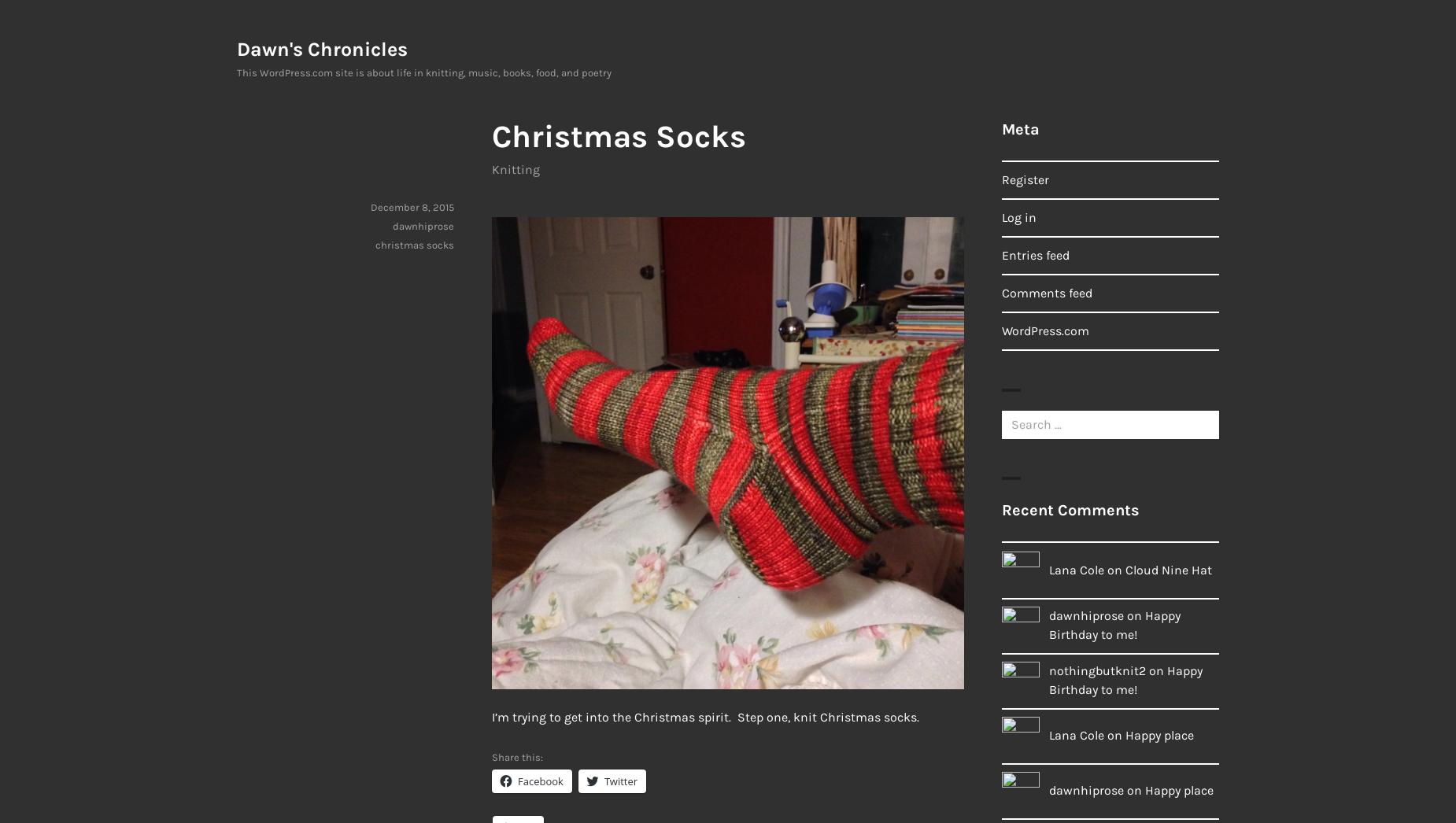 This screenshot has width=1456, height=823. I want to click on 'I’m trying to get into the Christmas spirit.  Step one, knit Christmas socks.', so click(491, 717).